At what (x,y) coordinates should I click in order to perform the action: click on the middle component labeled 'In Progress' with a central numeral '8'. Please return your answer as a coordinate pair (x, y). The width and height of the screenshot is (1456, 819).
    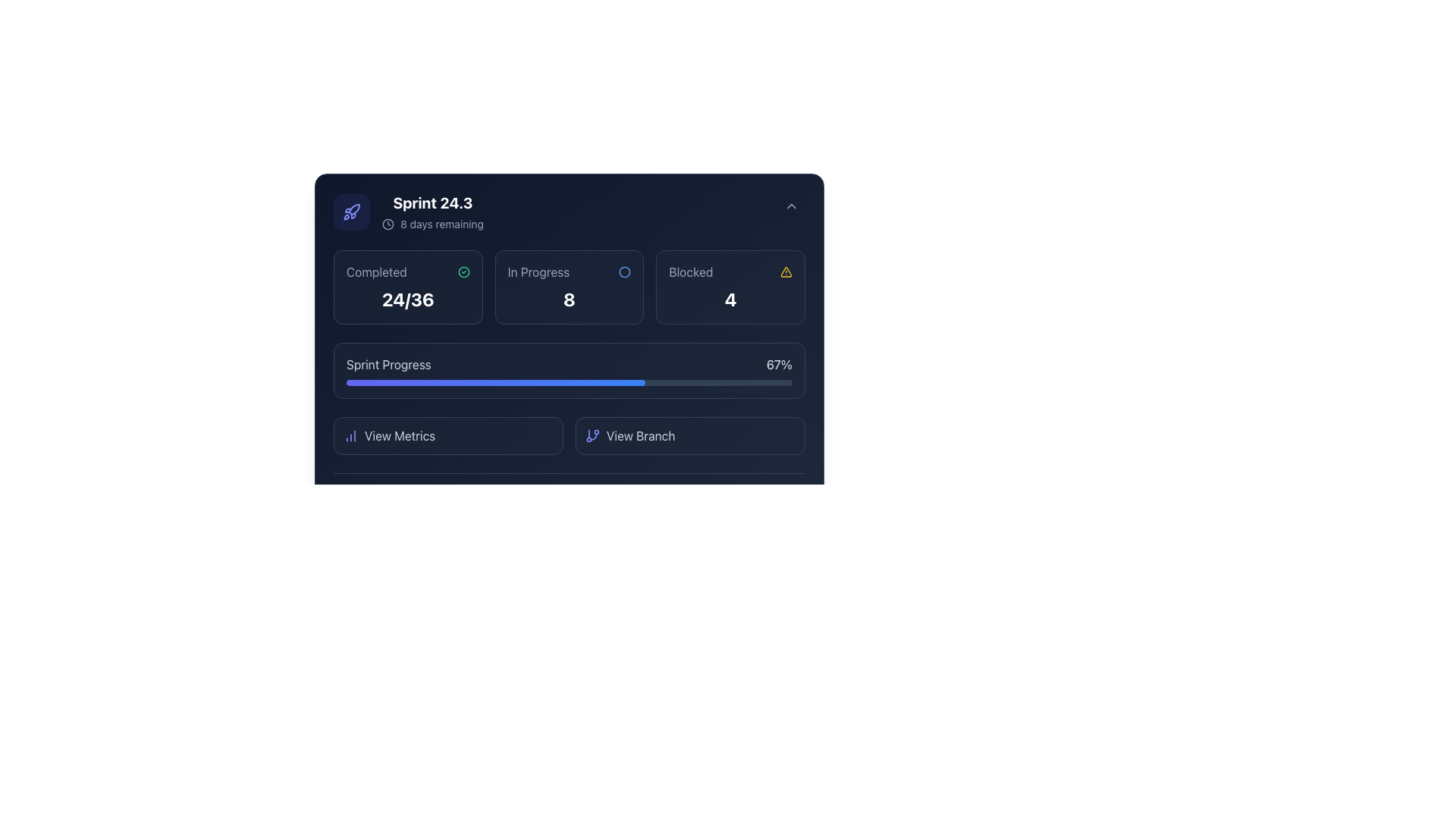
    Looking at the image, I should click on (568, 287).